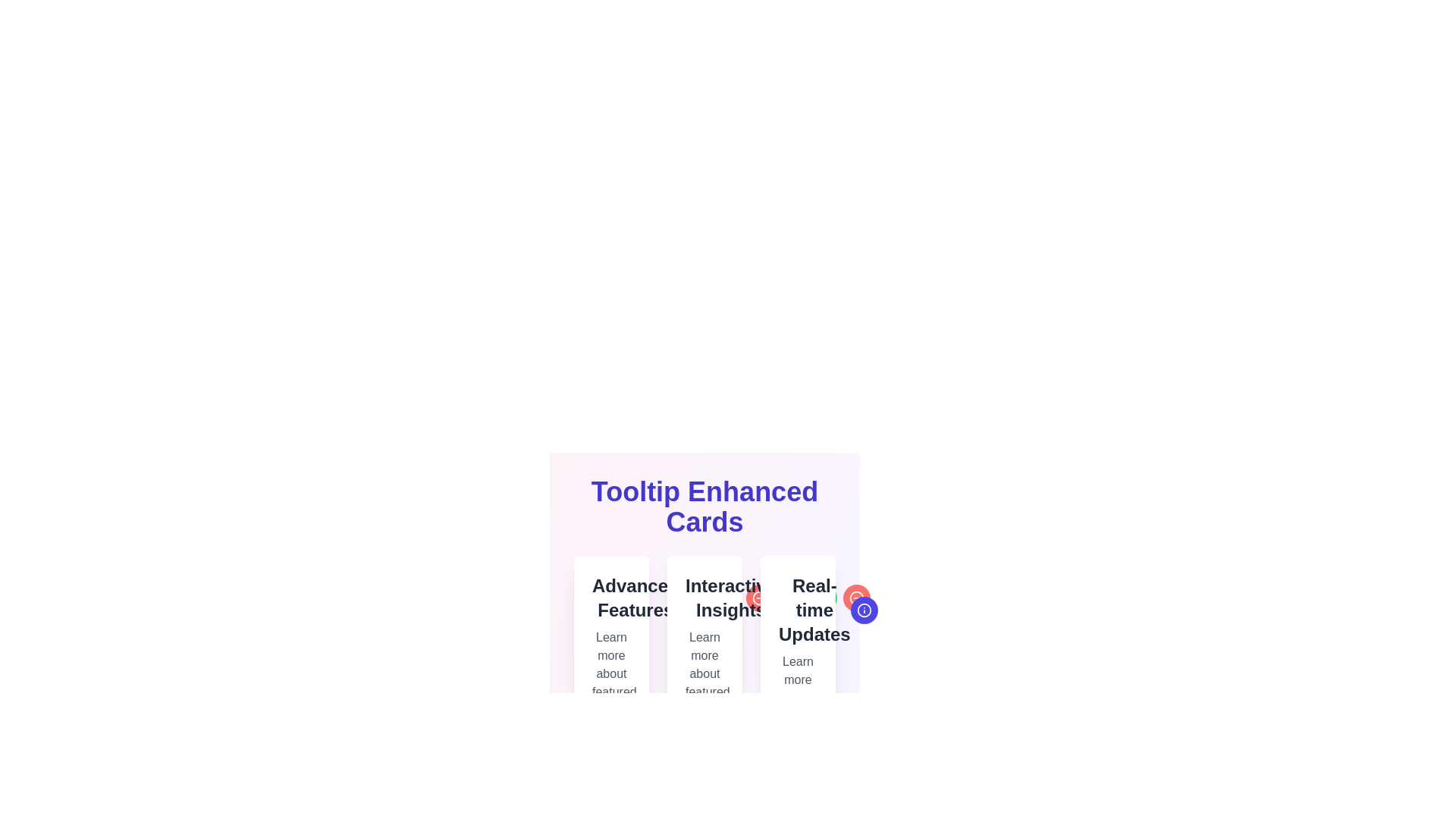 The height and width of the screenshot is (819, 1456). Describe the element at coordinates (789, 598) in the screenshot. I see `the information icon located at the top right corner of the 'Real-time Updates' card within the 'Tooltip Enhanced Cards' section` at that location.